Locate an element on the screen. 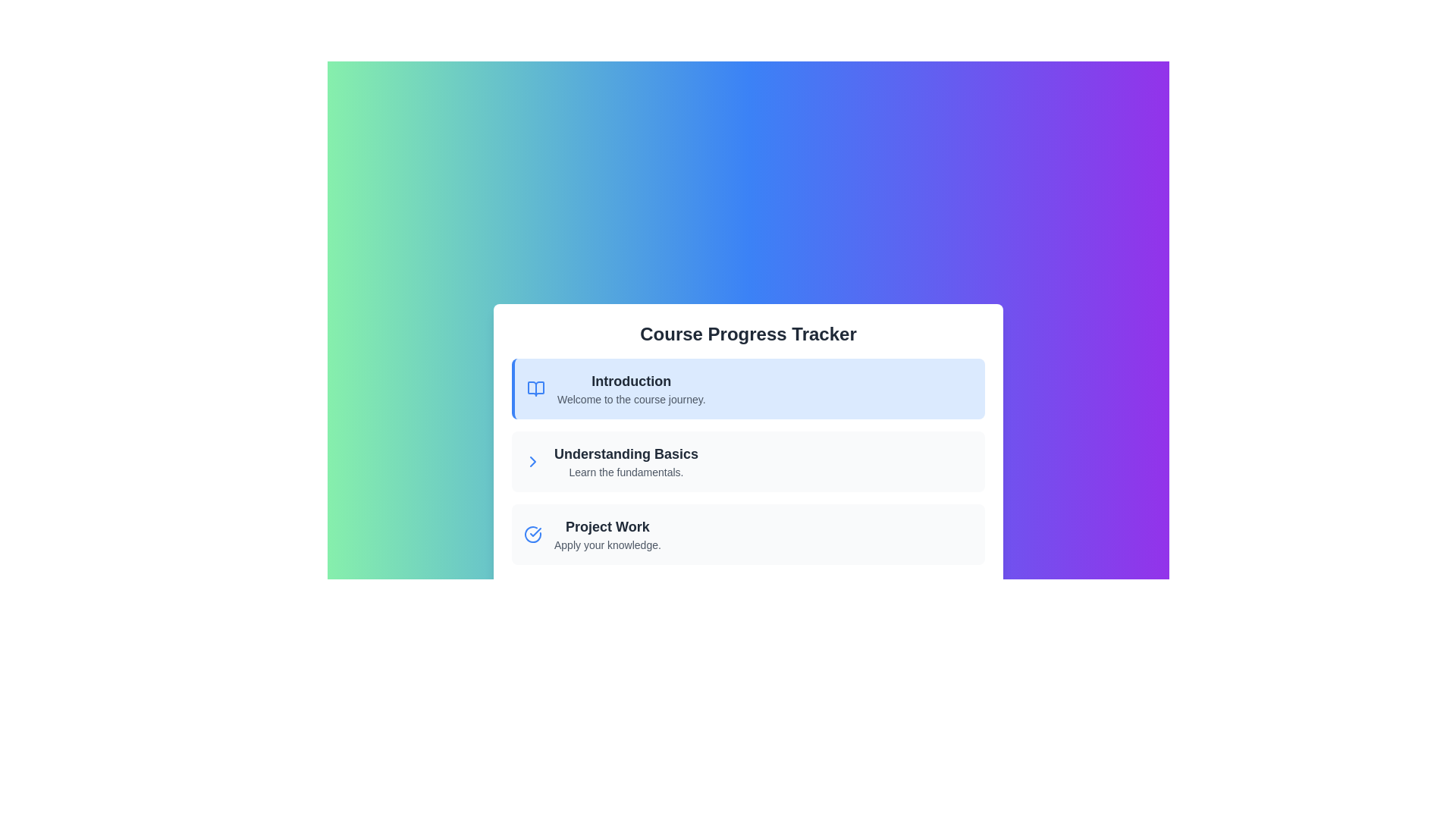 This screenshot has height=819, width=1456. the Circular status indicator icon located beside the 'Project Work' text in the course tasks list is located at coordinates (532, 534).